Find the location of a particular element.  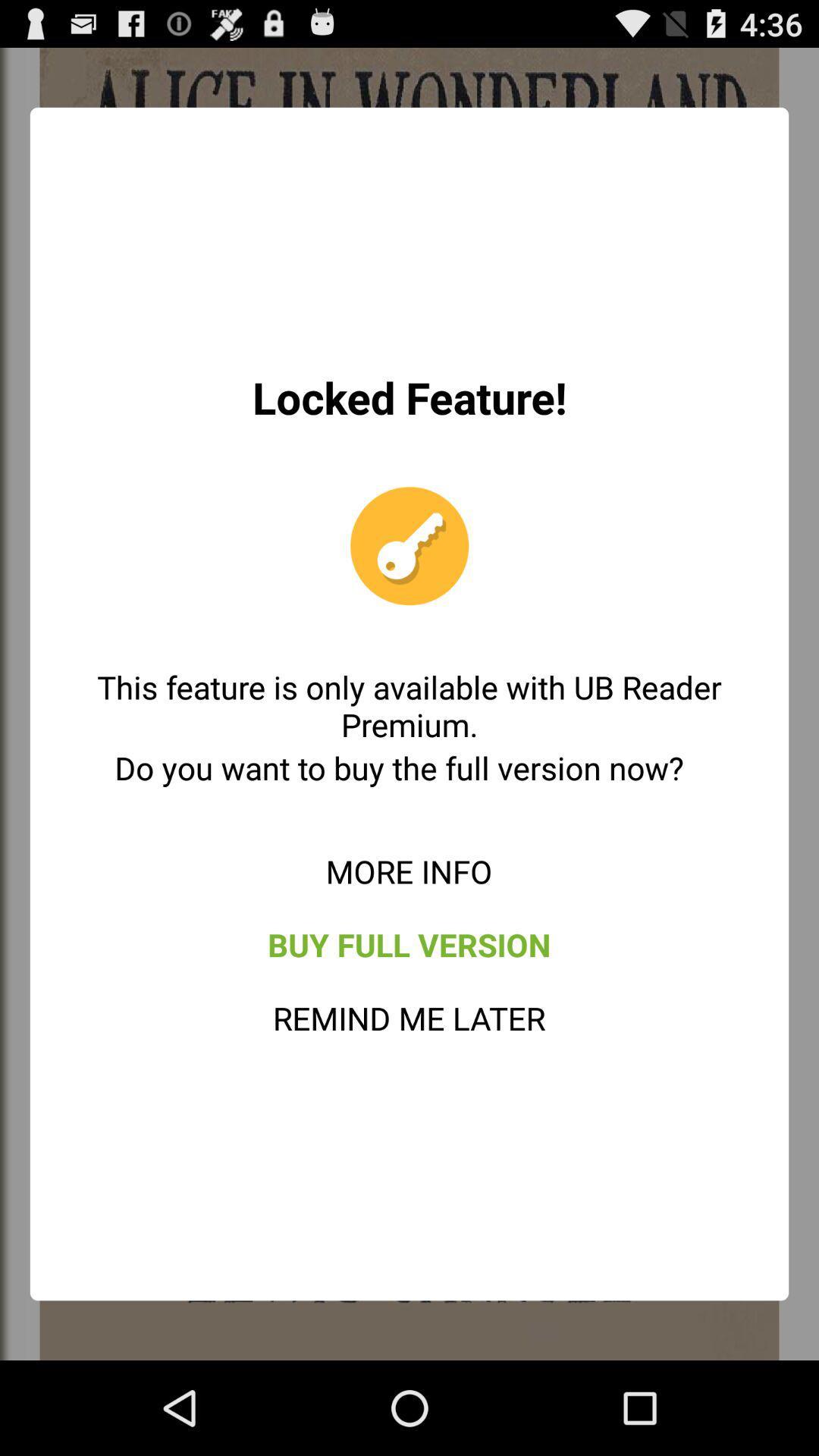

the item below do you want icon is located at coordinates (408, 871).